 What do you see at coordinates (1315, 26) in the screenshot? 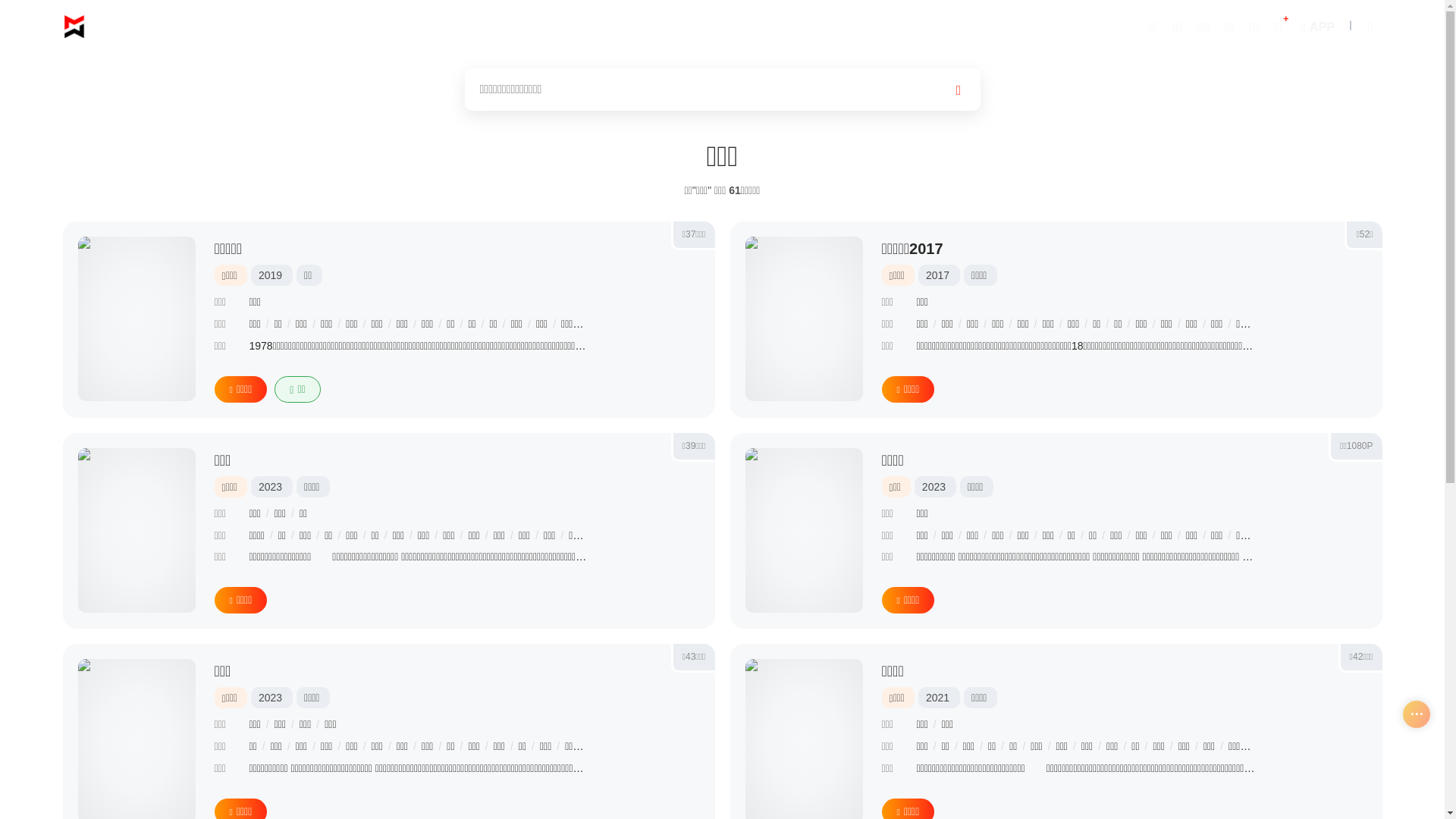
I see `'APP'` at bounding box center [1315, 26].